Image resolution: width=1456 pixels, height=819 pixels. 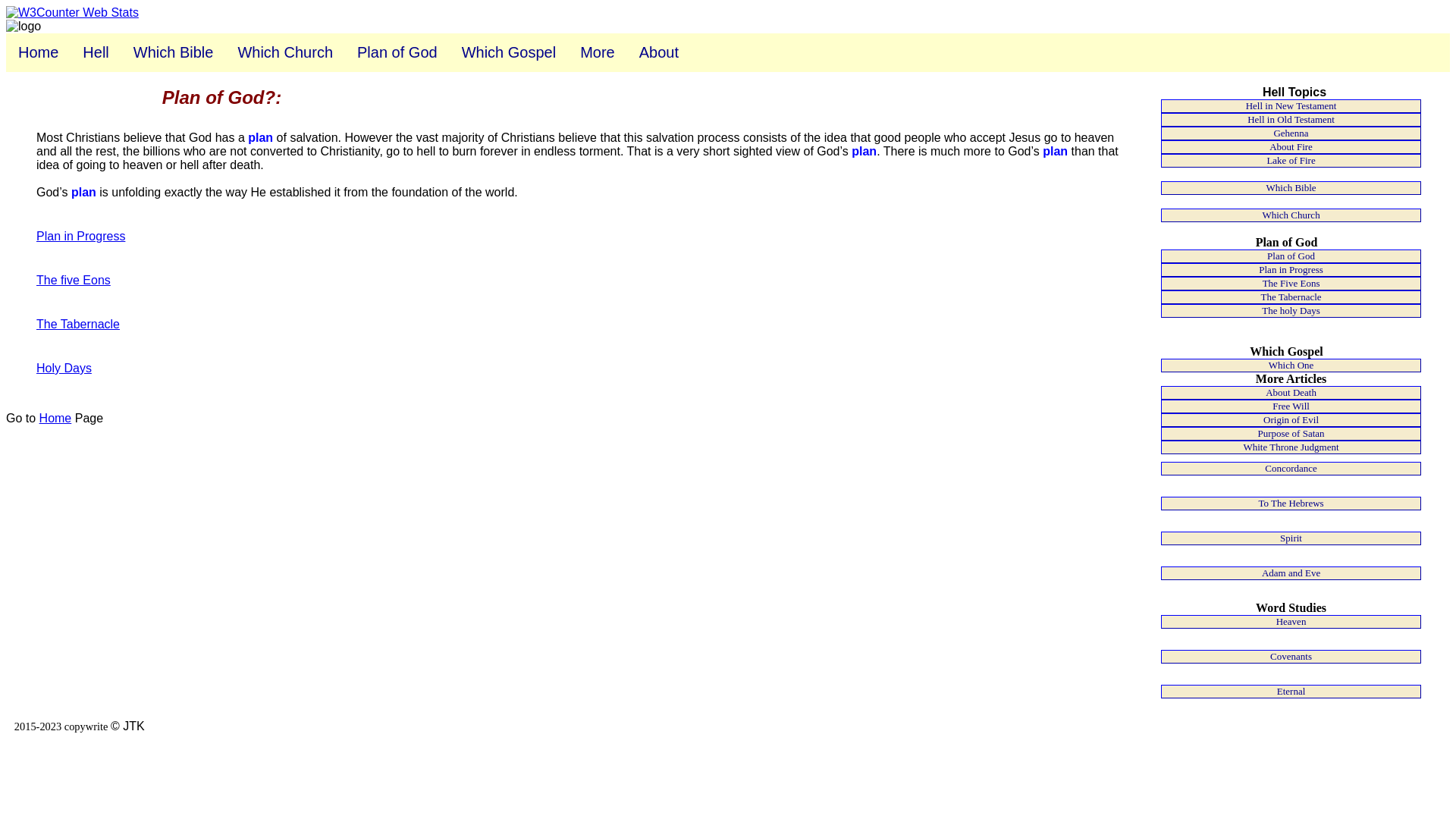 What do you see at coordinates (1290, 146) in the screenshot?
I see `'About Fire'` at bounding box center [1290, 146].